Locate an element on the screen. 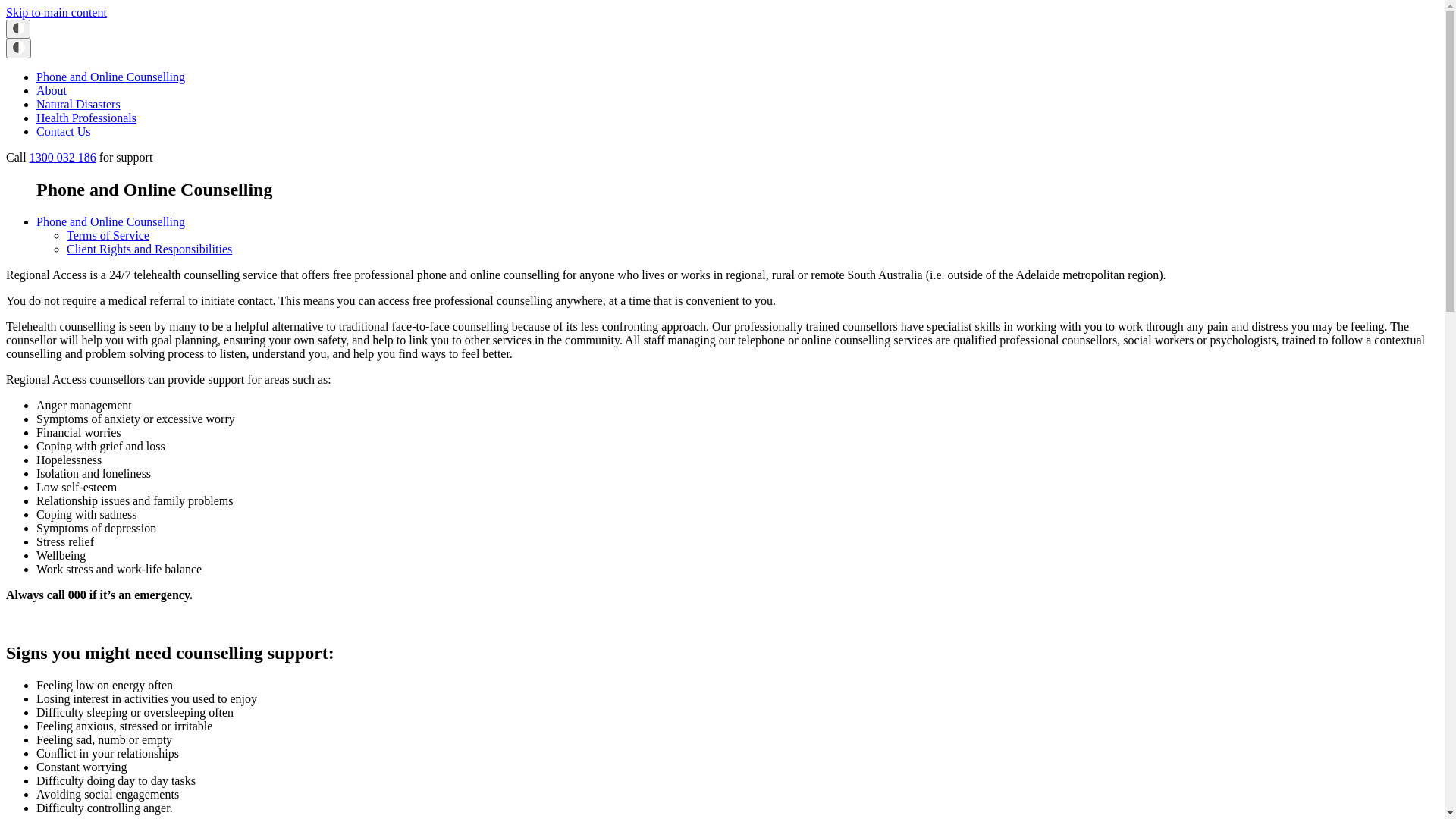 This screenshot has height=819, width=1456. 'Health Professionals' is located at coordinates (86, 117).